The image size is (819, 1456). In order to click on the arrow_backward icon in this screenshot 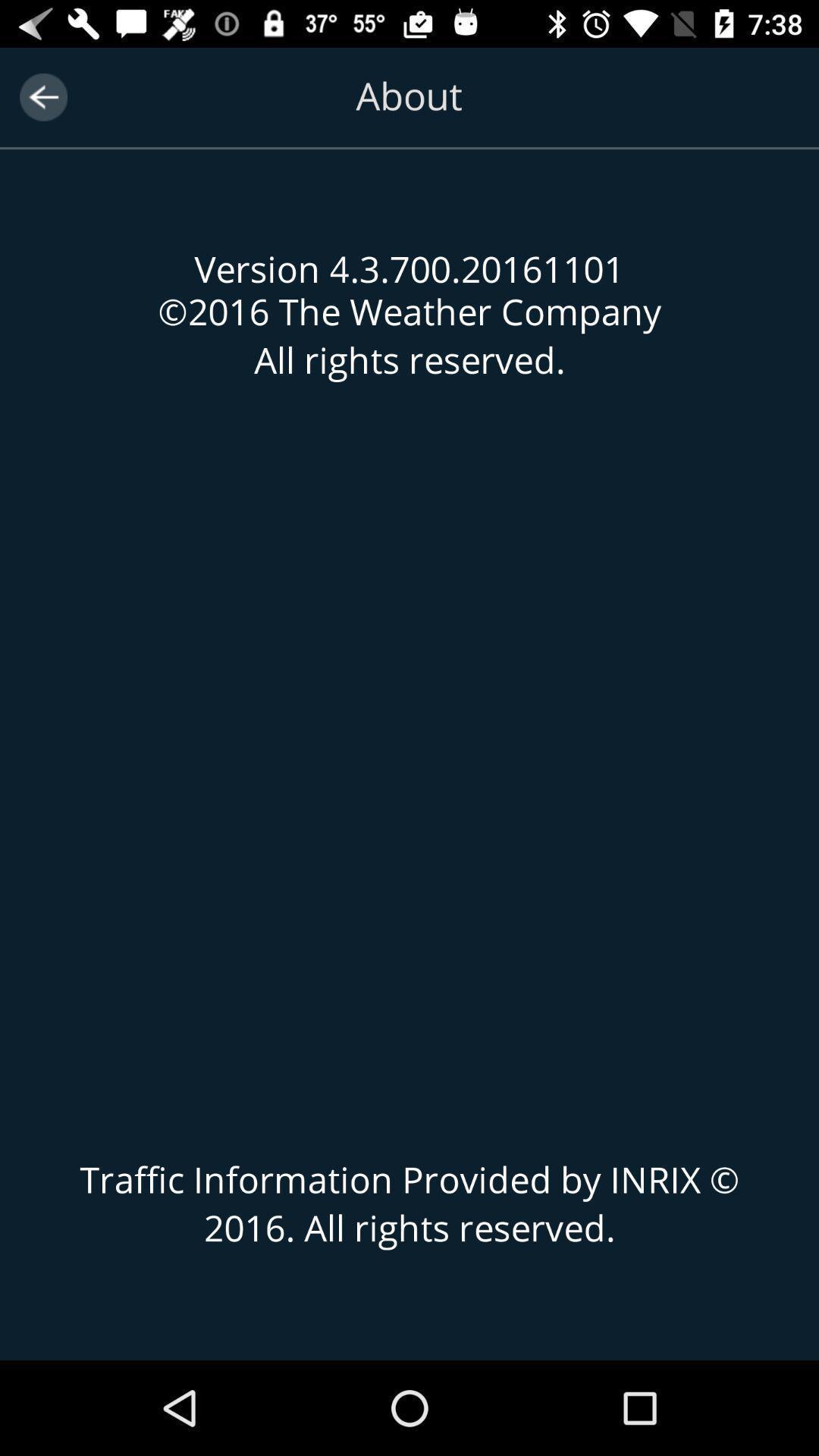, I will do `click(42, 96)`.